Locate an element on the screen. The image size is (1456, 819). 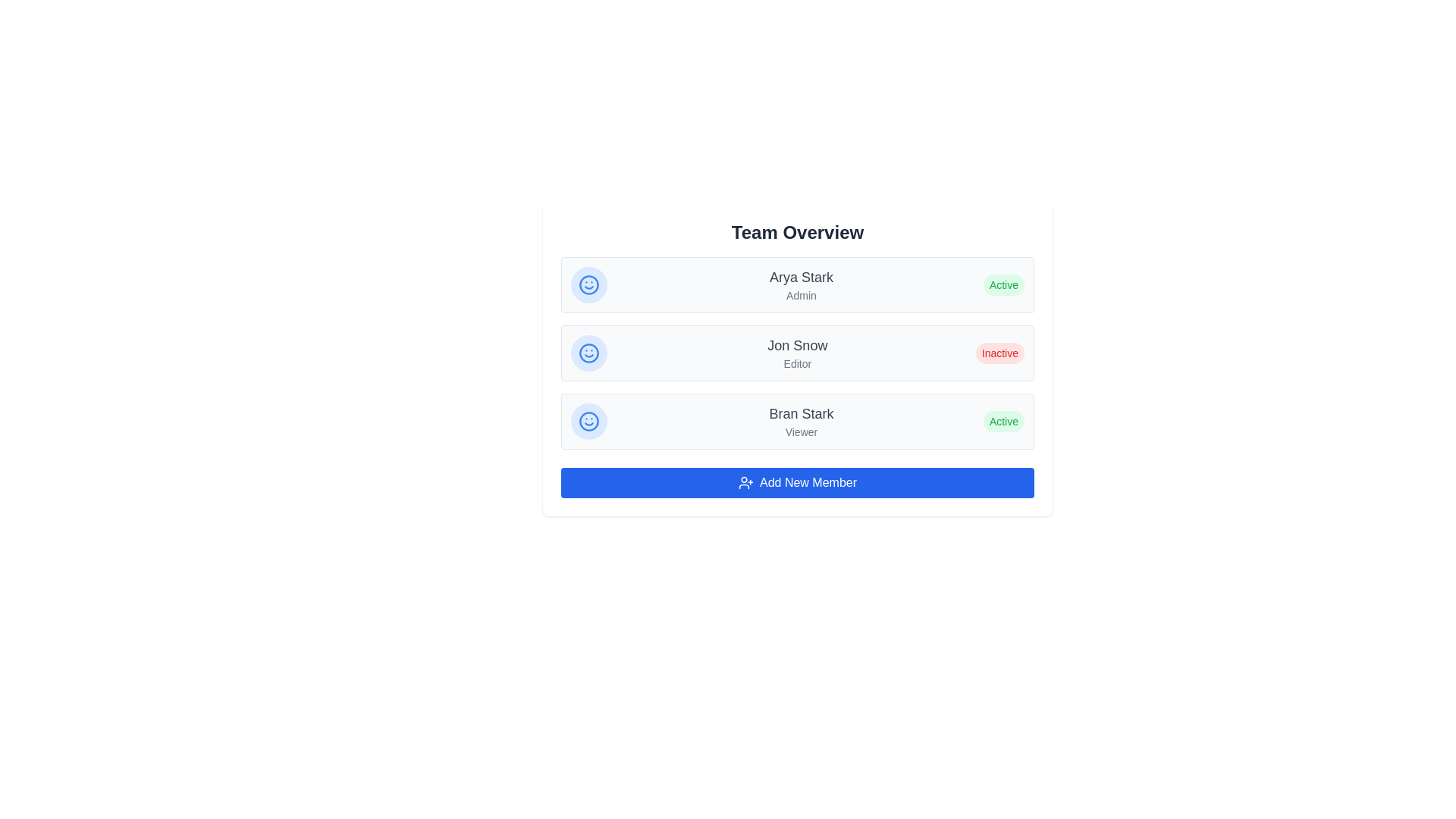
the name 'Jon Snow' in the User Card is located at coordinates (796, 353).